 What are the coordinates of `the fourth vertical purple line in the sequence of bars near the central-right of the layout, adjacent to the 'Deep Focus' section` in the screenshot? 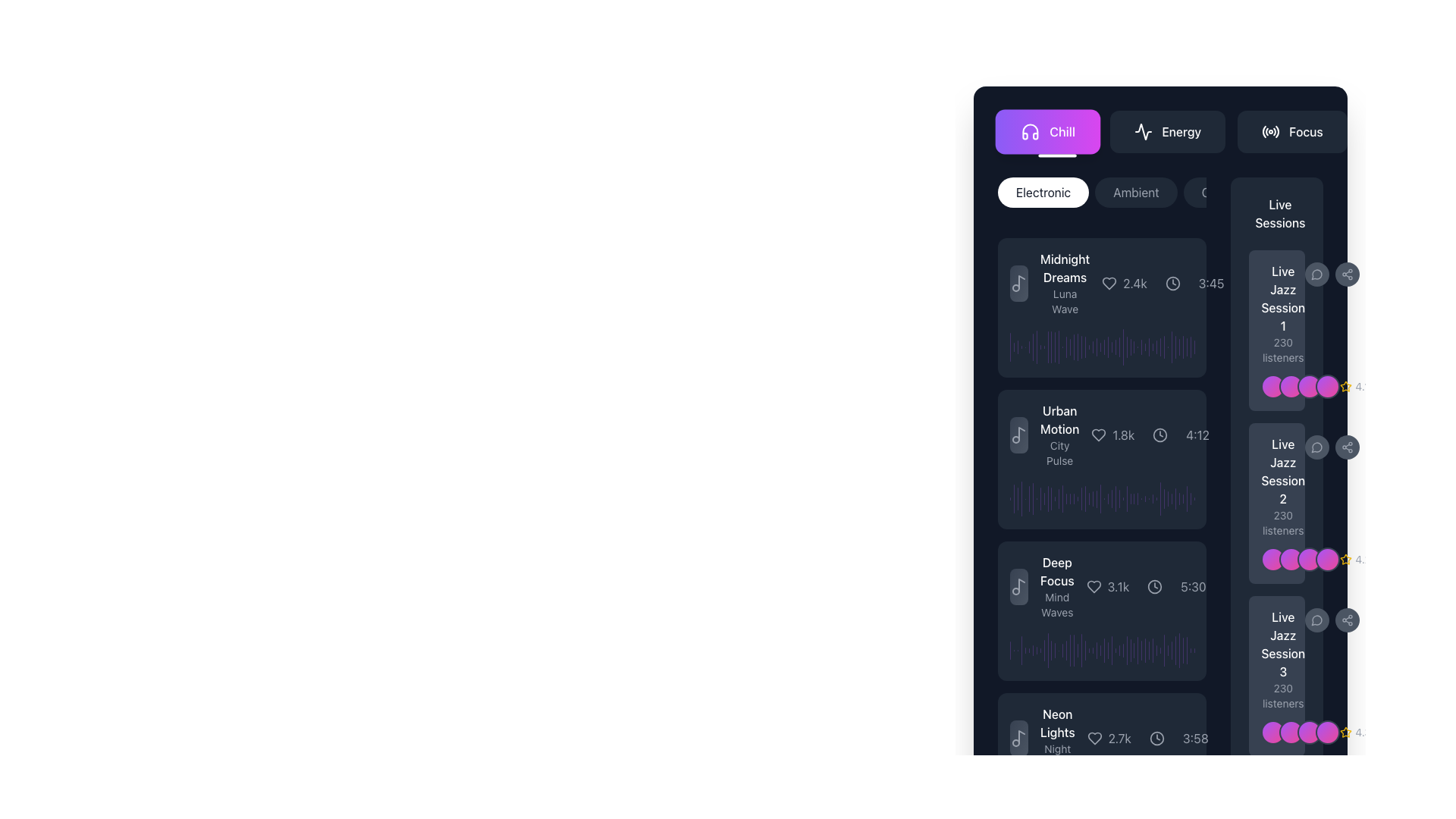 It's located at (1021, 649).